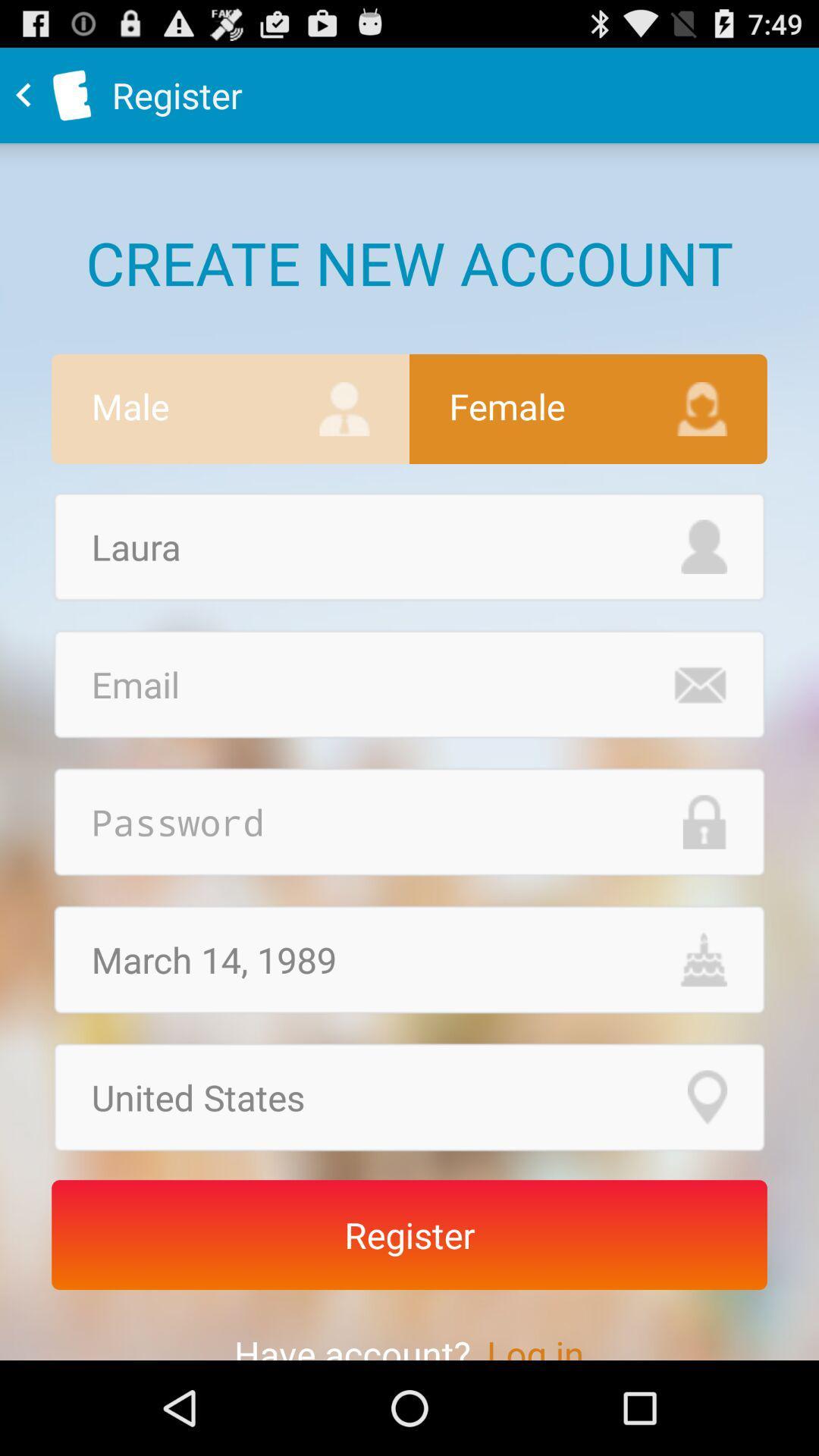  What do you see at coordinates (231, 409) in the screenshot?
I see `male` at bounding box center [231, 409].